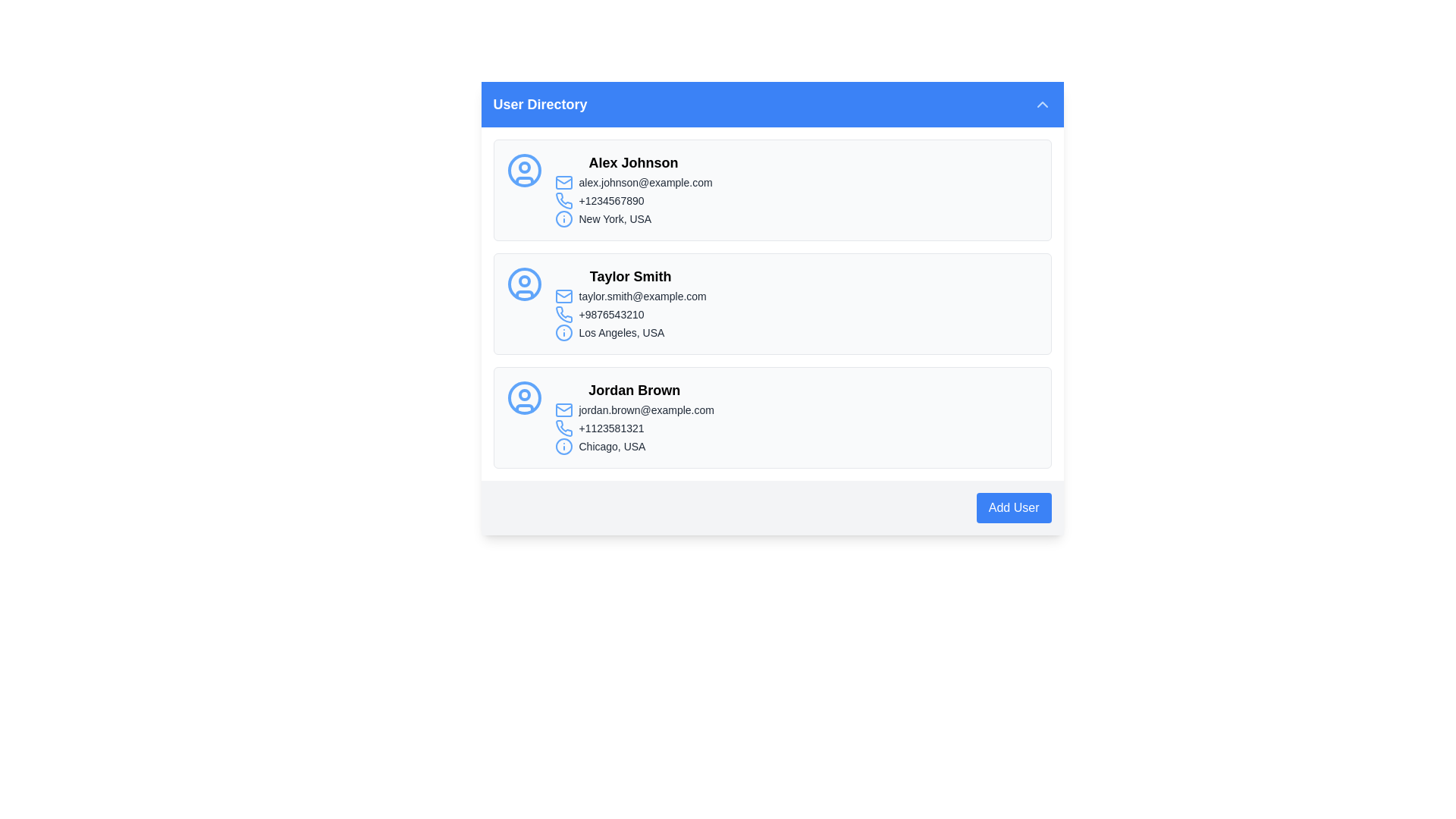  I want to click on the circular boundary graphical element (SVG) that serves as the outer framing boundary of the user avatar icon located to the left of 'Alex Johnson' in the user list, so click(524, 170).